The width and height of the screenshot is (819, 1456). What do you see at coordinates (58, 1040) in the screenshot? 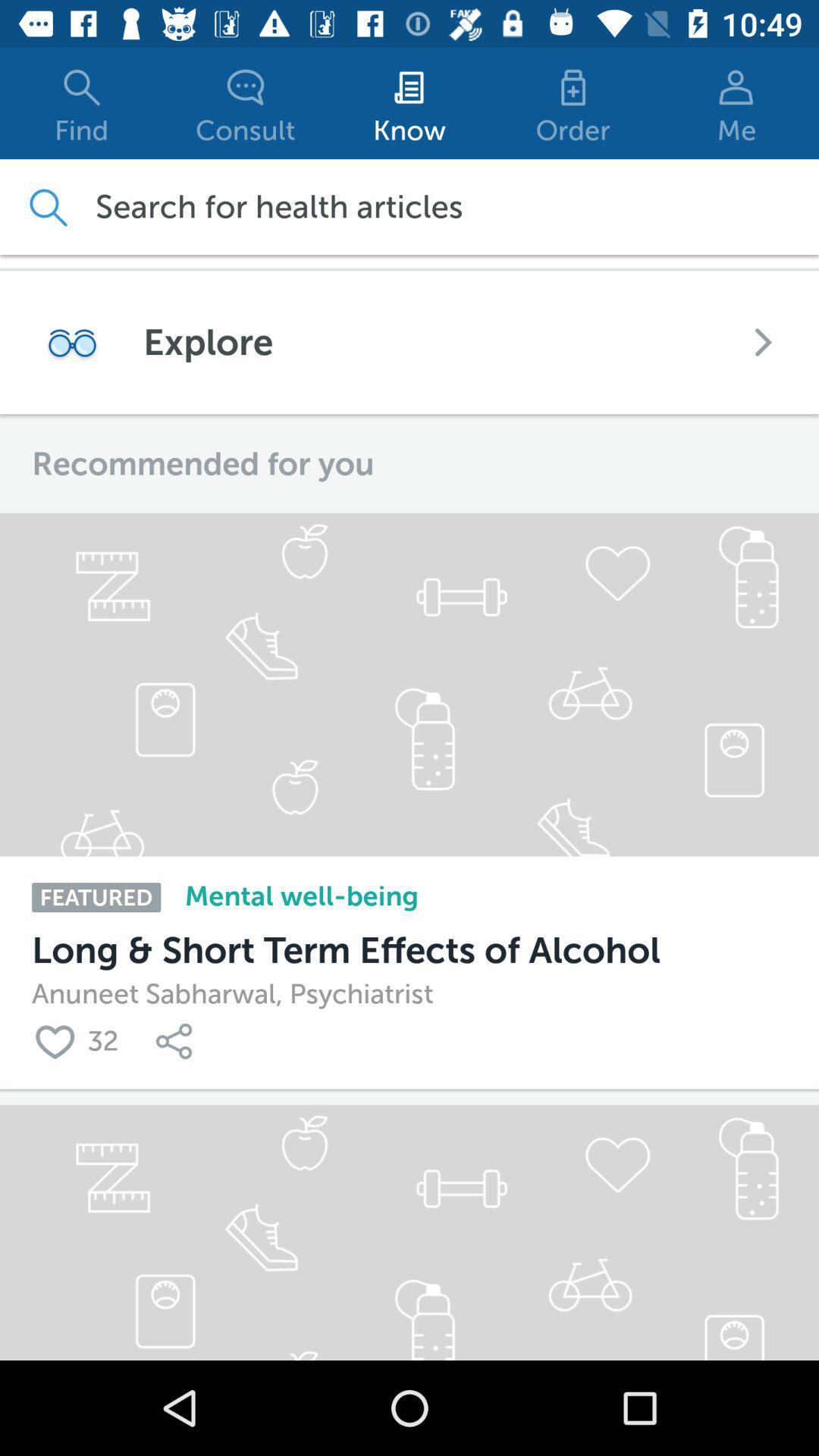
I see `like the article` at bounding box center [58, 1040].